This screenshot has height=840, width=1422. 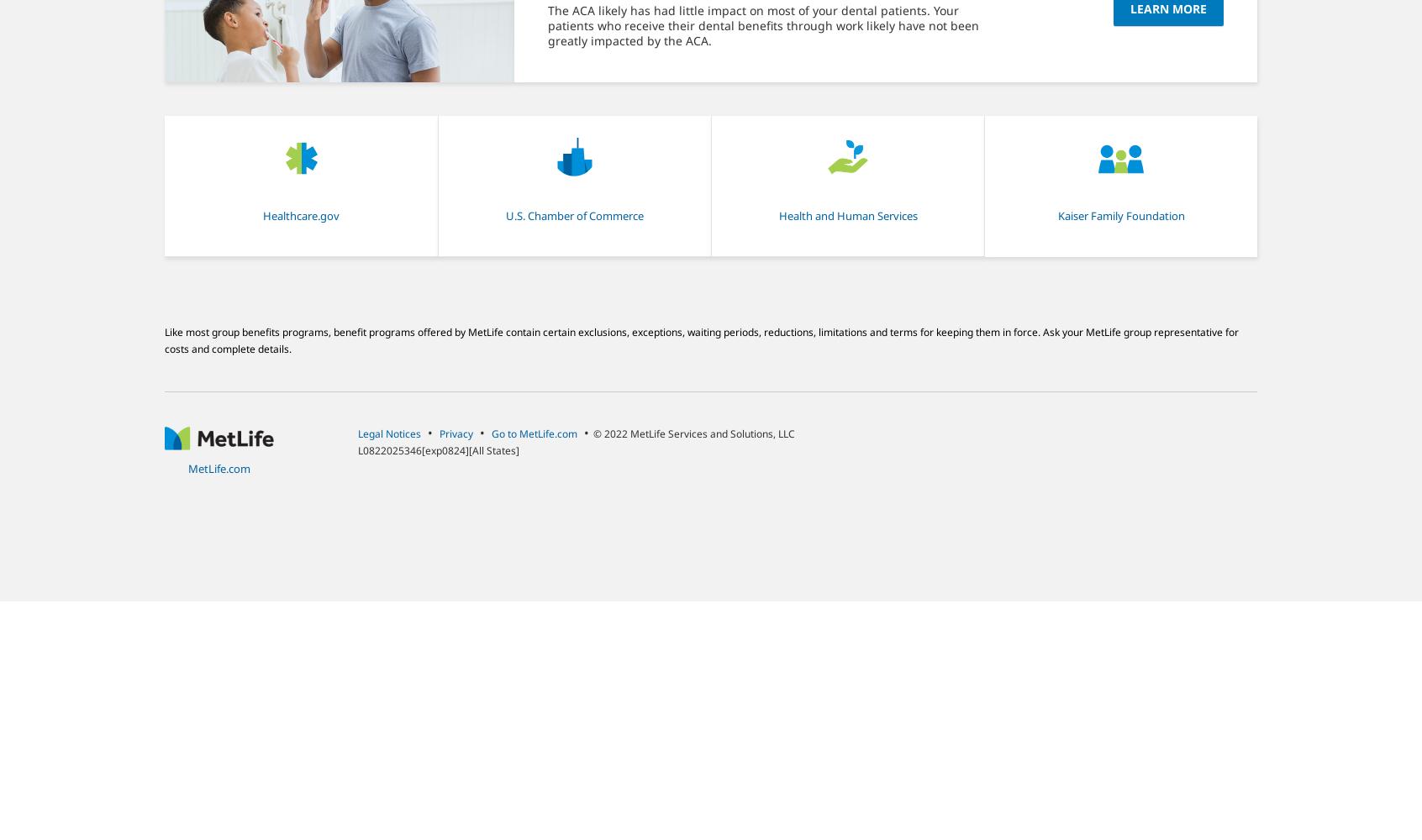 I want to click on 'Legal Notices', so click(x=388, y=433).